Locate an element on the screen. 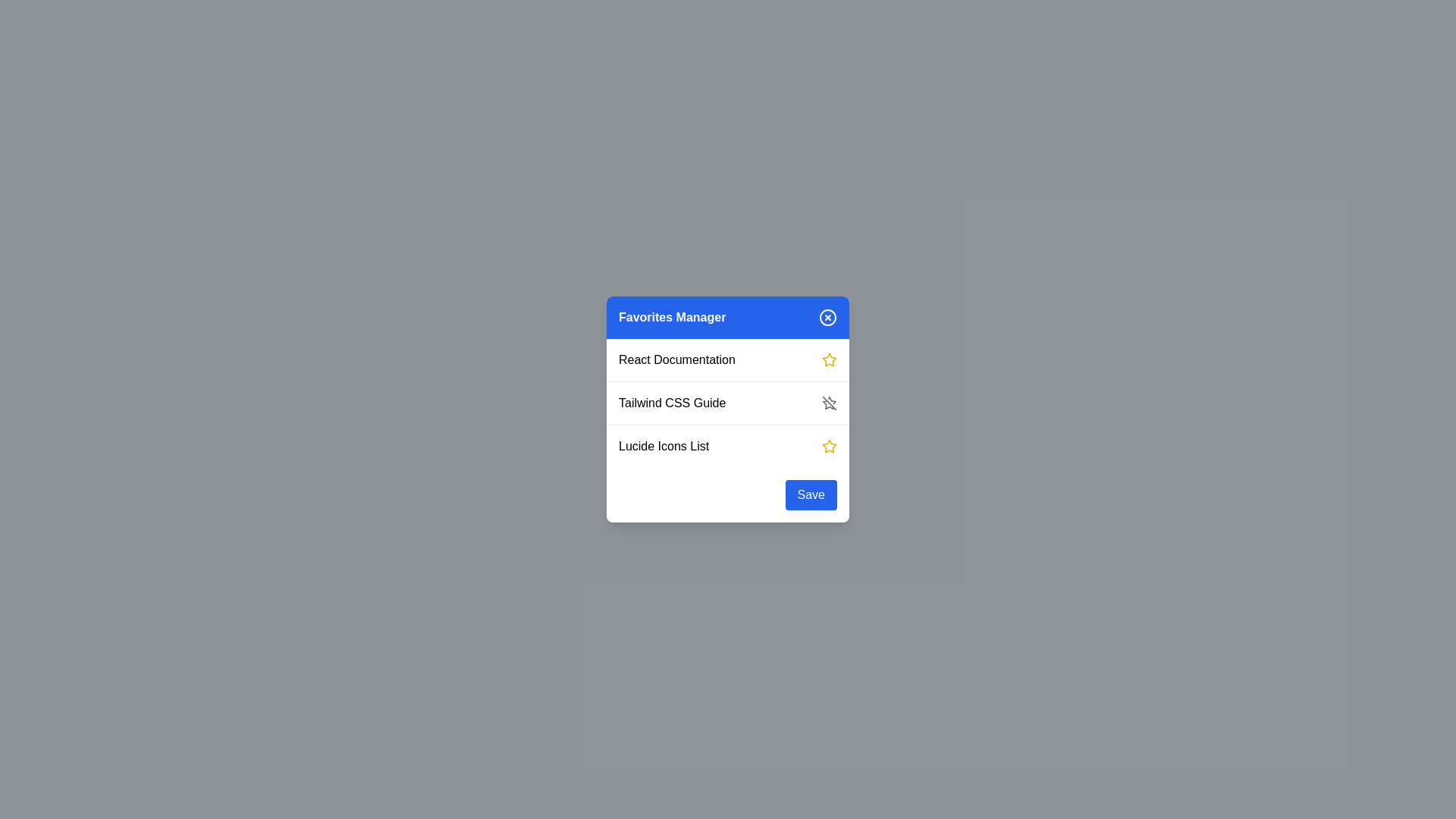 This screenshot has width=1456, height=819. the star icon to toggle the favorite status of the item Tailwind CSS Guide is located at coordinates (829, 403).